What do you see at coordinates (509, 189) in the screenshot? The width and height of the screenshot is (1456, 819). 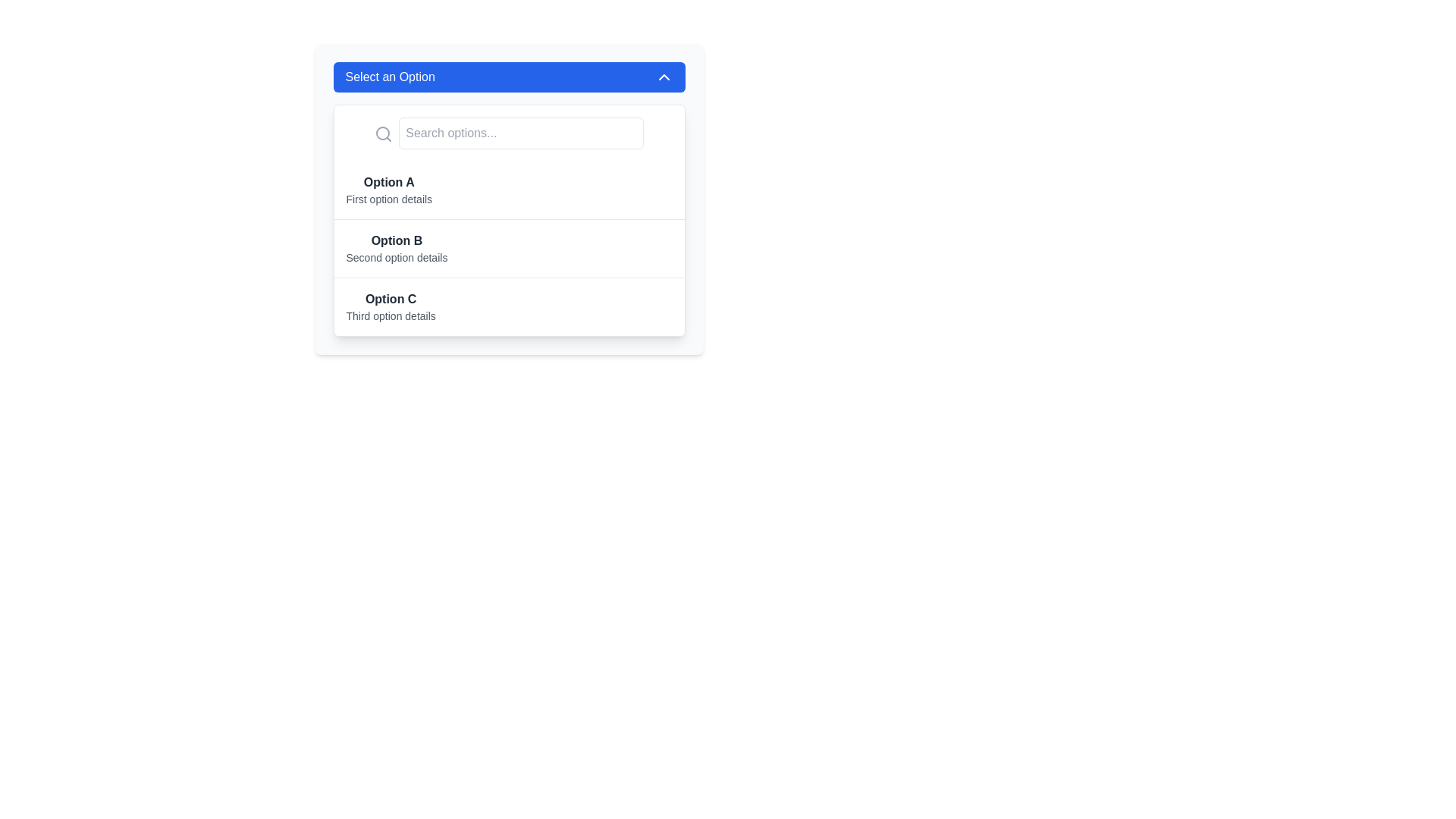 I see `the first selectable option in the dropdown menu titled 'Option A'` at bounding box center [509, 189].